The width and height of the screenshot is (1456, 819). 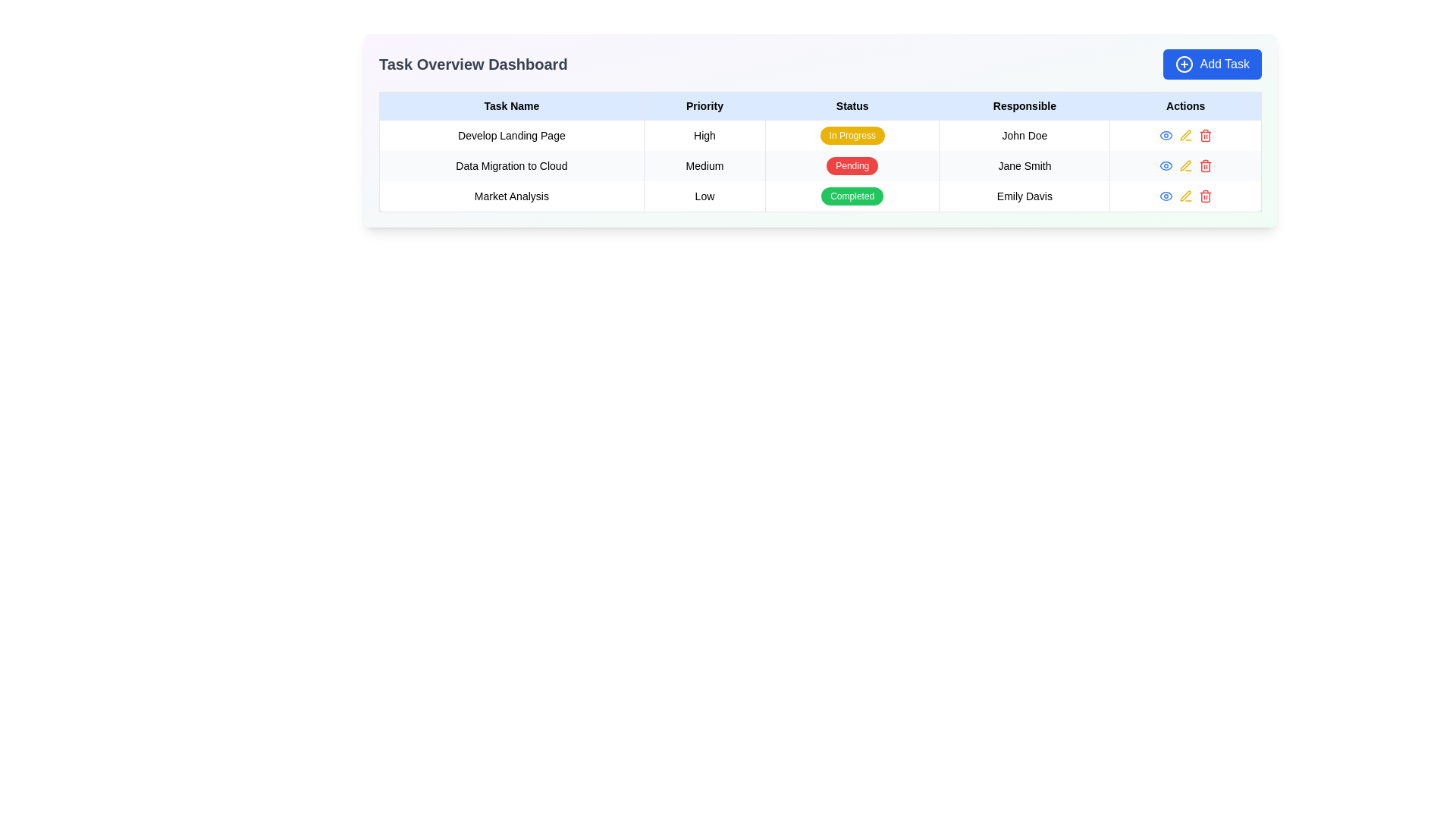 What do you see at coordinates (852, 195) in the screenshot?
I see `the 'Completed' status badge located in the 'Status' column of the third row corresponding to the task 'Market Analysis'` at bounding box center [852, 195].